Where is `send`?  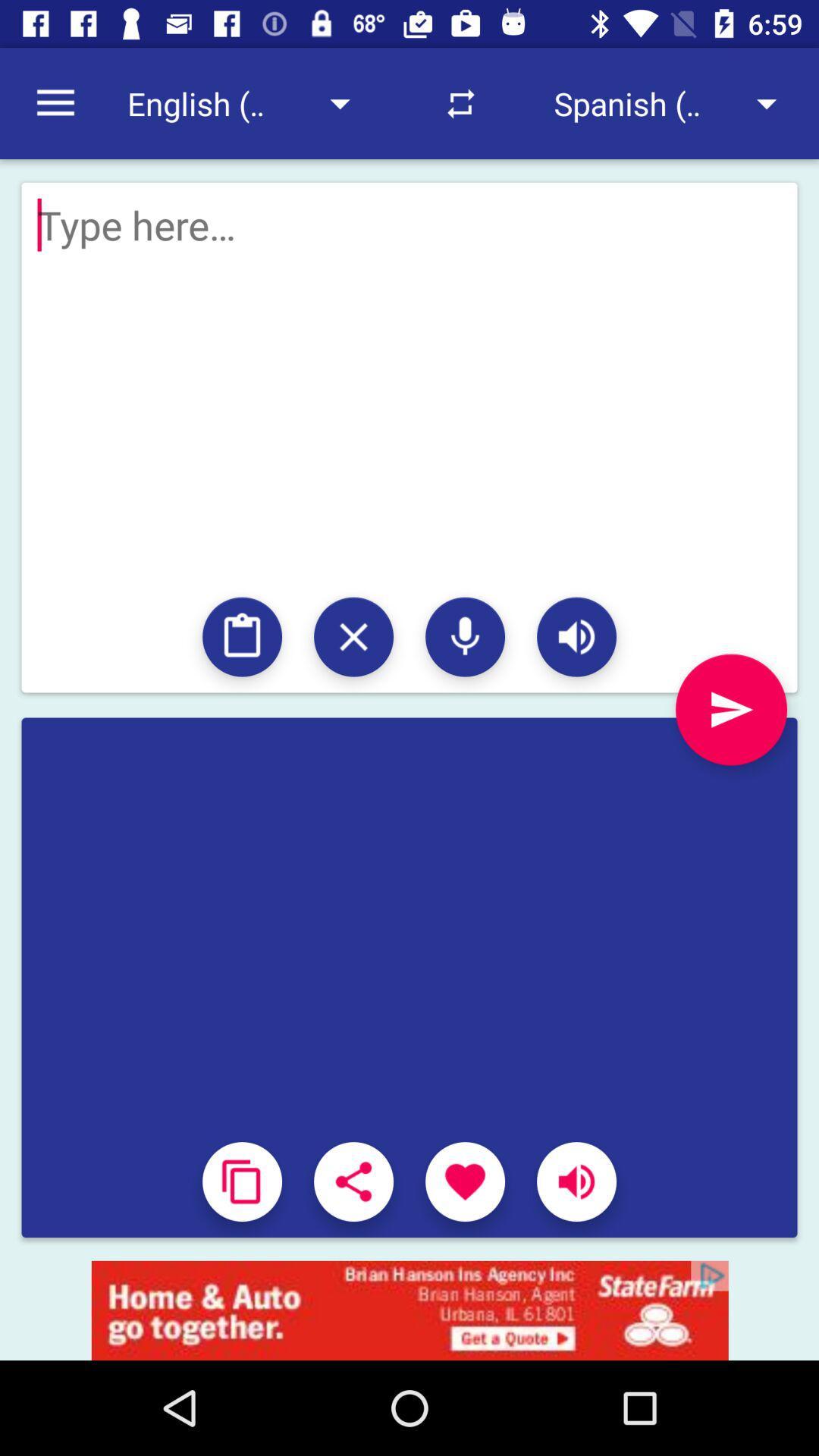
send is located at coordinates (409, 761).